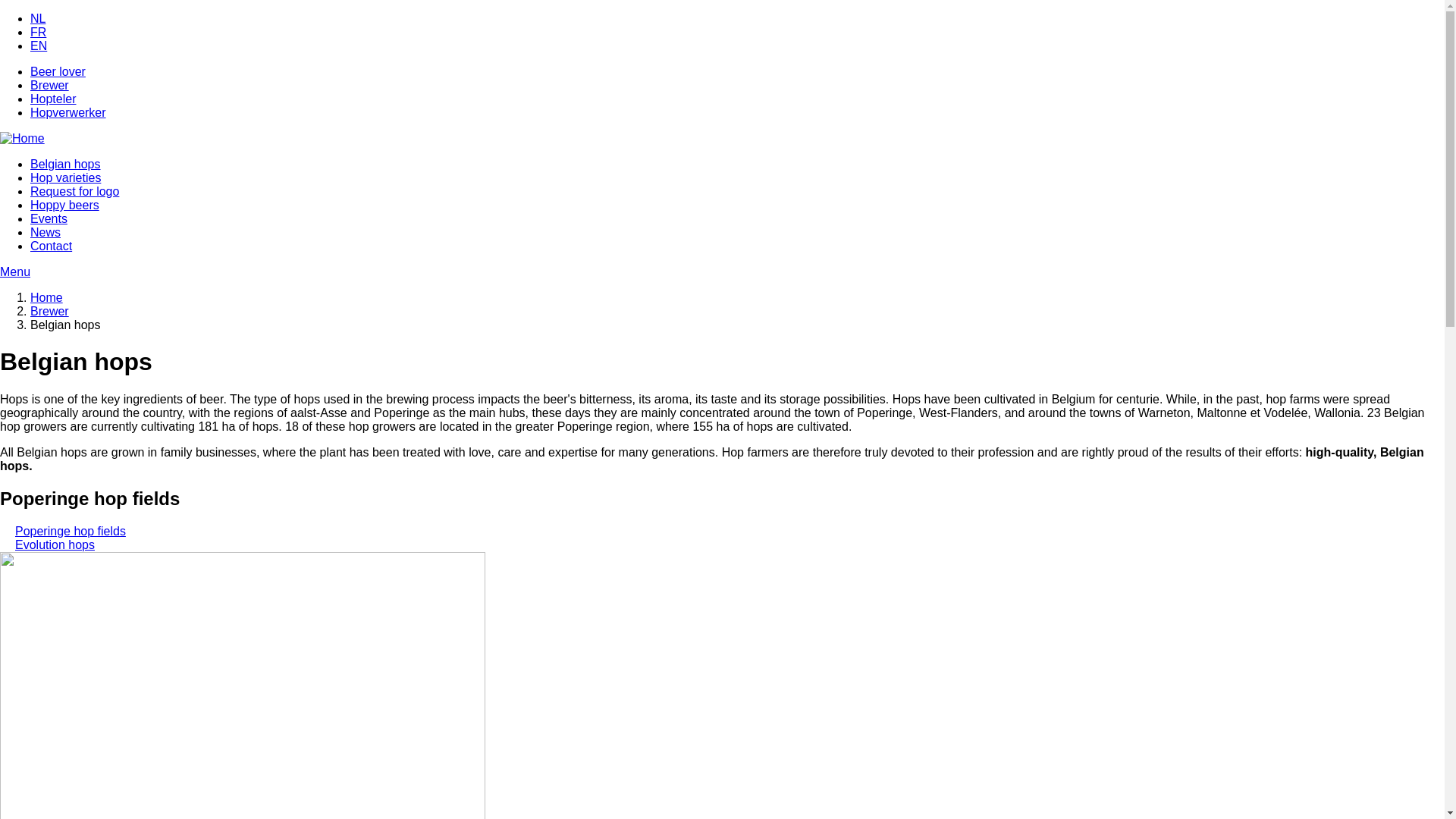 This screenshot has width=1456, height=819. I want to click on 'FR', so click(38, 32).